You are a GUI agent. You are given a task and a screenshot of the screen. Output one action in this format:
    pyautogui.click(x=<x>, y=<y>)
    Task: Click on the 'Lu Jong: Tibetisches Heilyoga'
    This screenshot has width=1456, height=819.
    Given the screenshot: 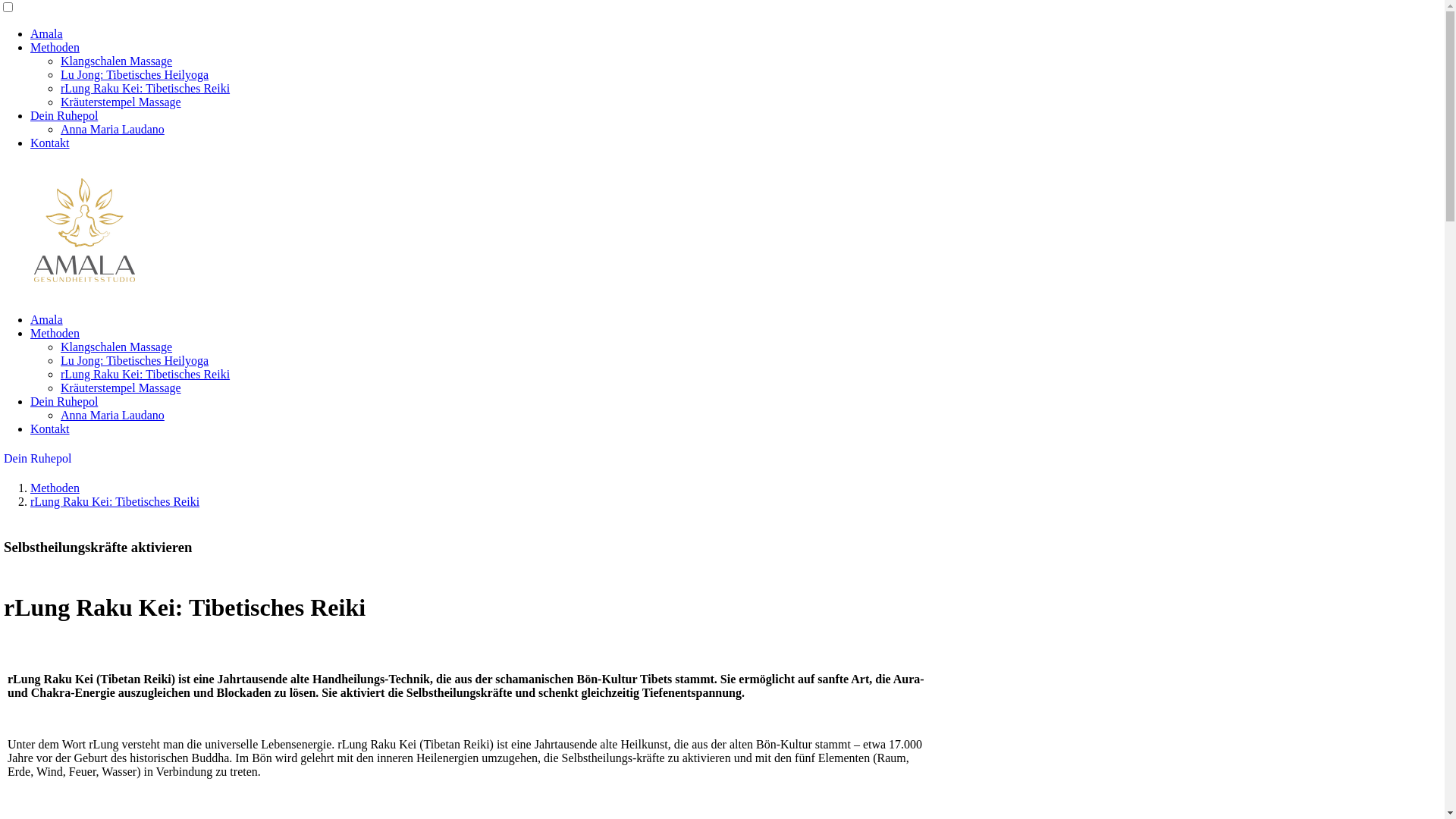 What is the action you would take?
    pyautogui.click(x=134, y=360)
    